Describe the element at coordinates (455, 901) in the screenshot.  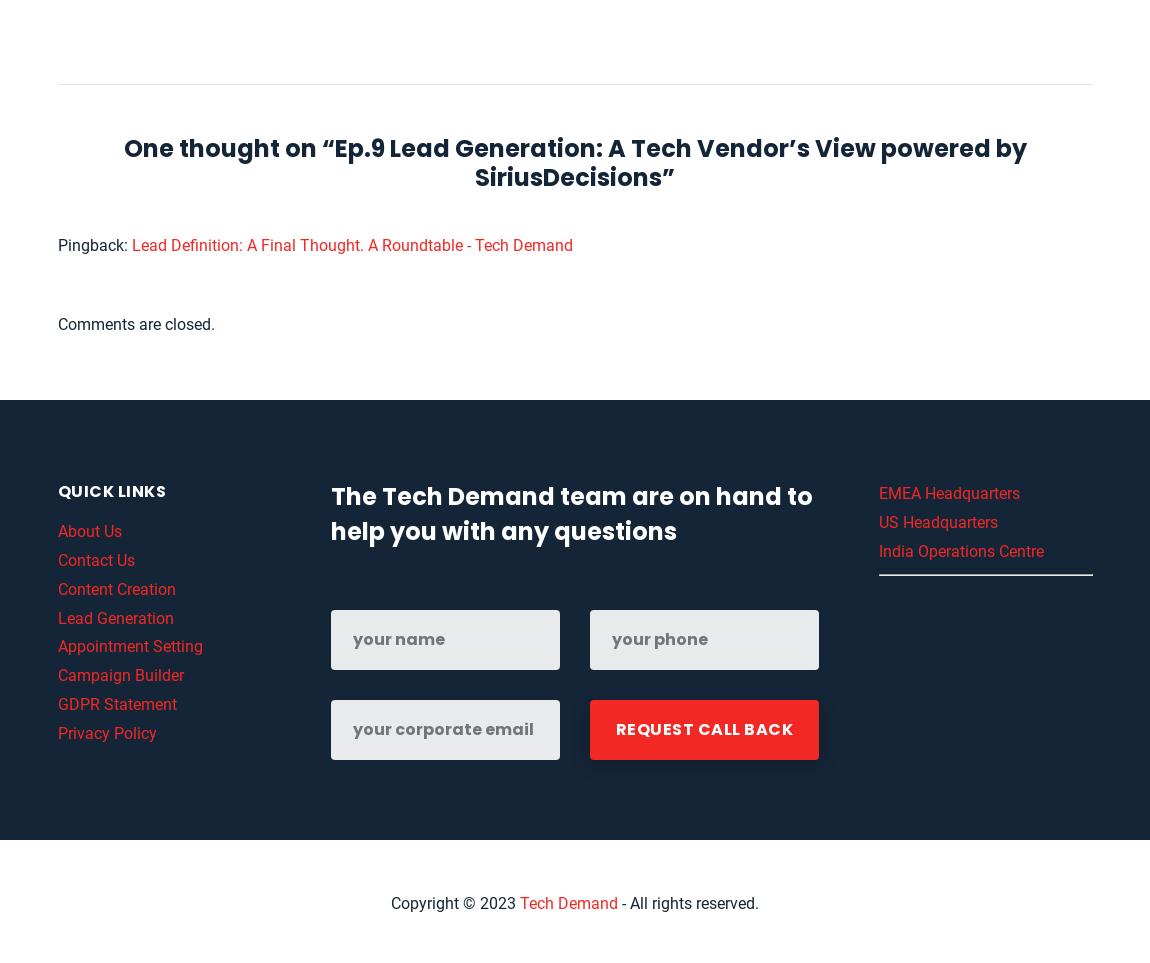
I see `'Copyright © 2023'` at that location.